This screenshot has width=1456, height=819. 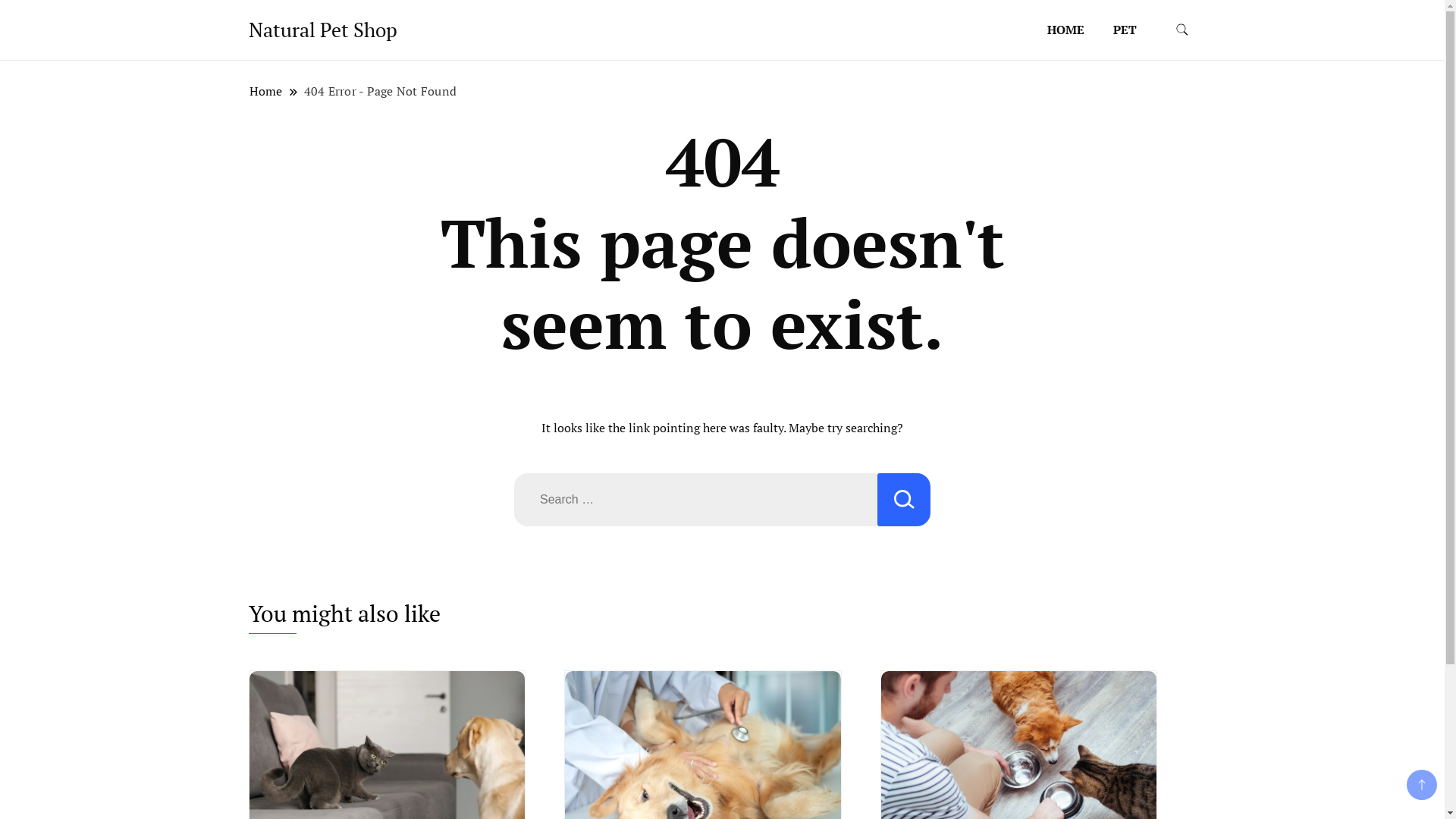 I want to click on '404 Error - Page Not Found', so click(x=303, y=90).